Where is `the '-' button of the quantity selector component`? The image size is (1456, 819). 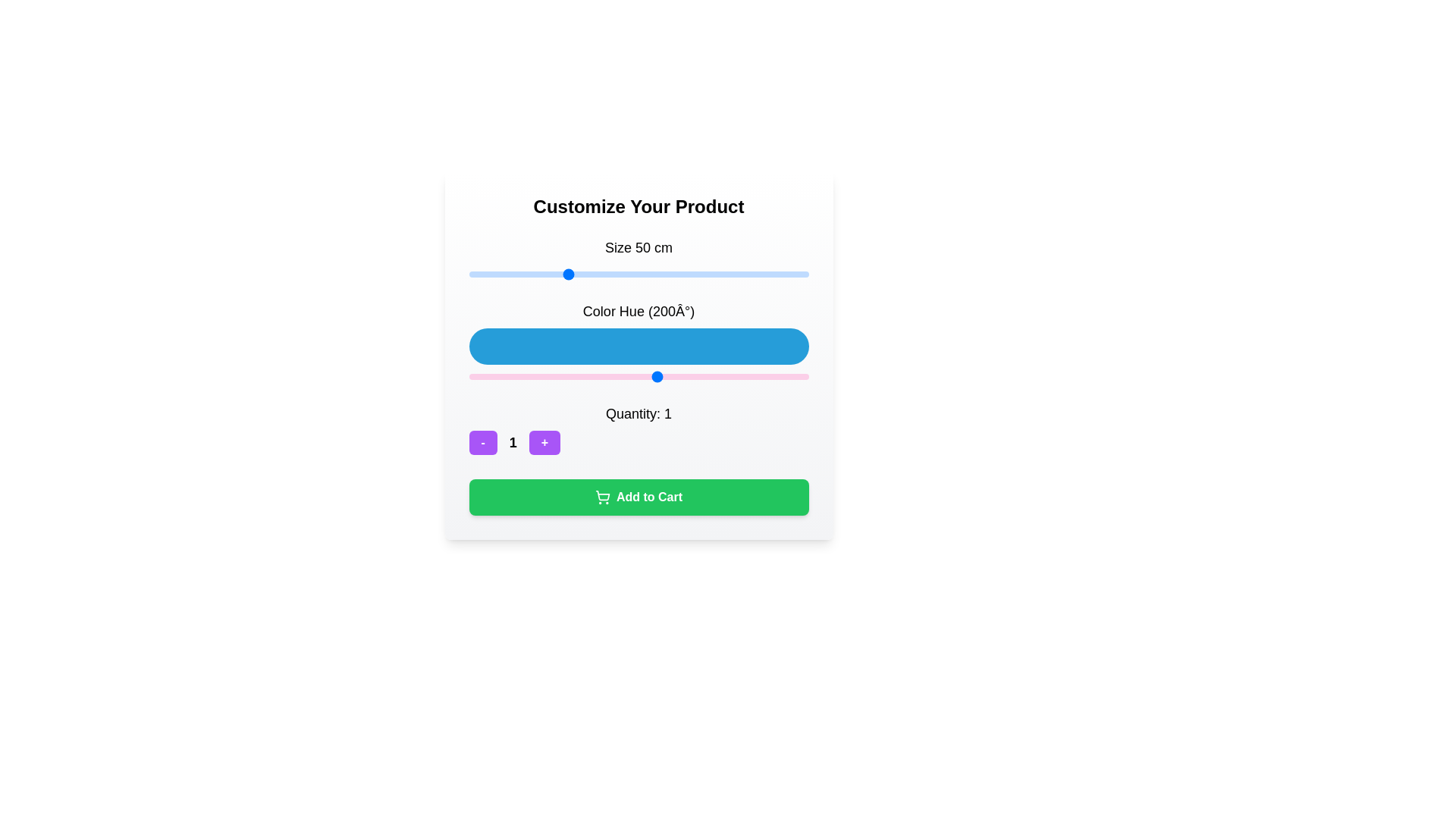 the '-' button of the quantity selector component is located at coordinates (639, 442).